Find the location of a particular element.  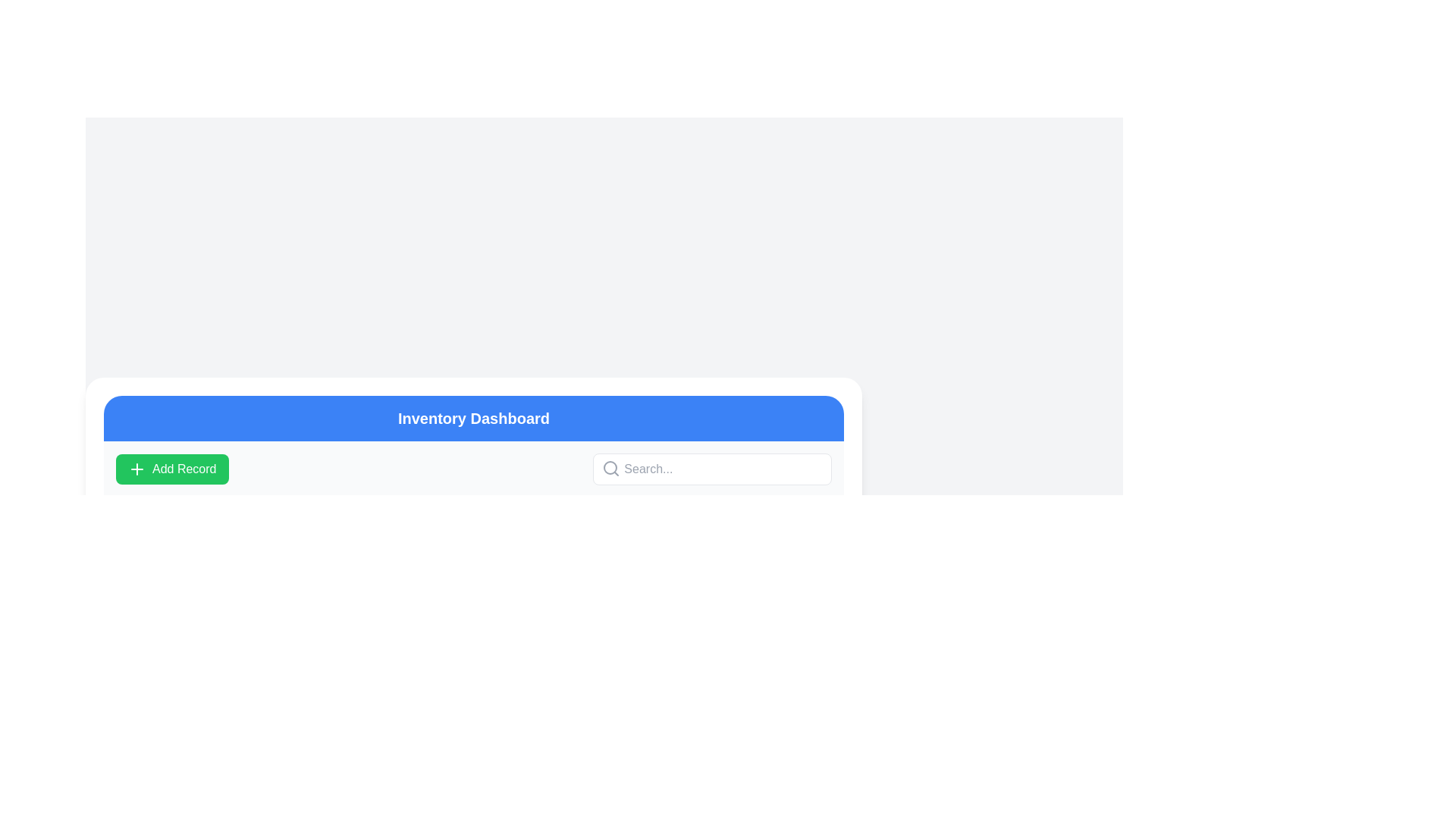

the decorative search icon located inside the input field to the left of the text box designated for search purposes is located at coordinates (611, 467).